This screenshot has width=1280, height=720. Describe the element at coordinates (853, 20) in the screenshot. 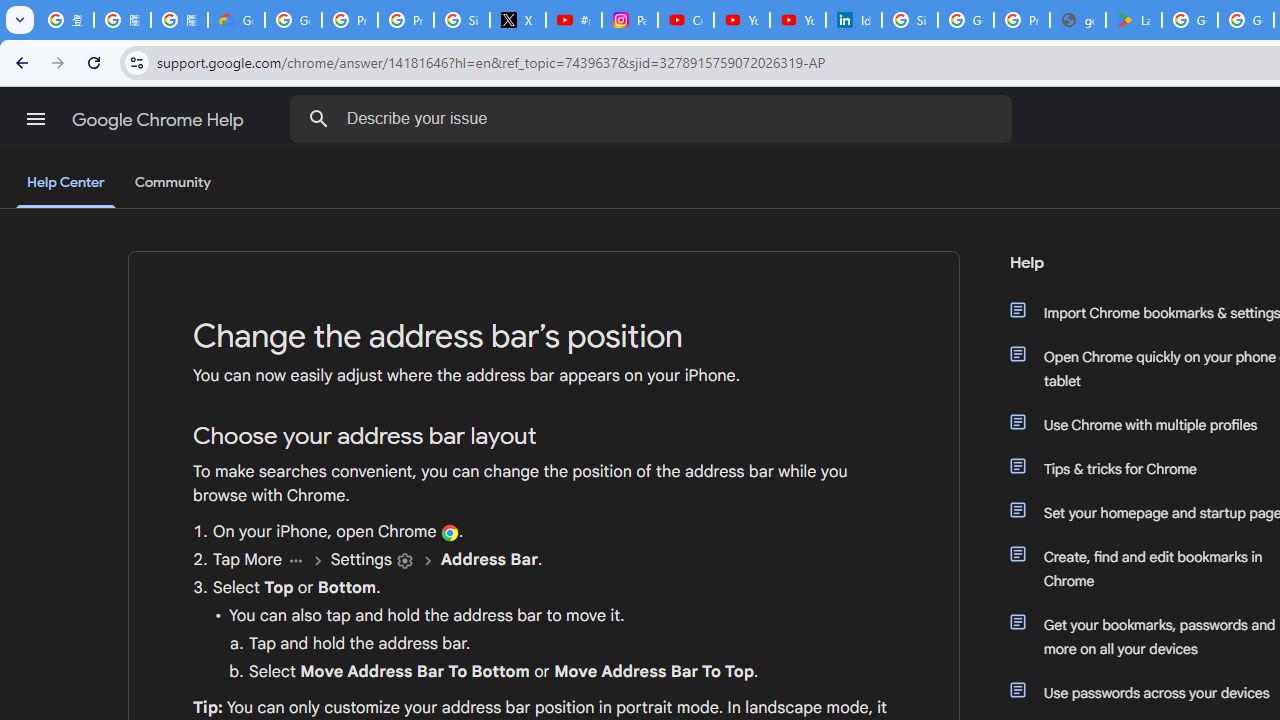

I see `'Identity verification via Persona | LinkedIn Help'` at that location.